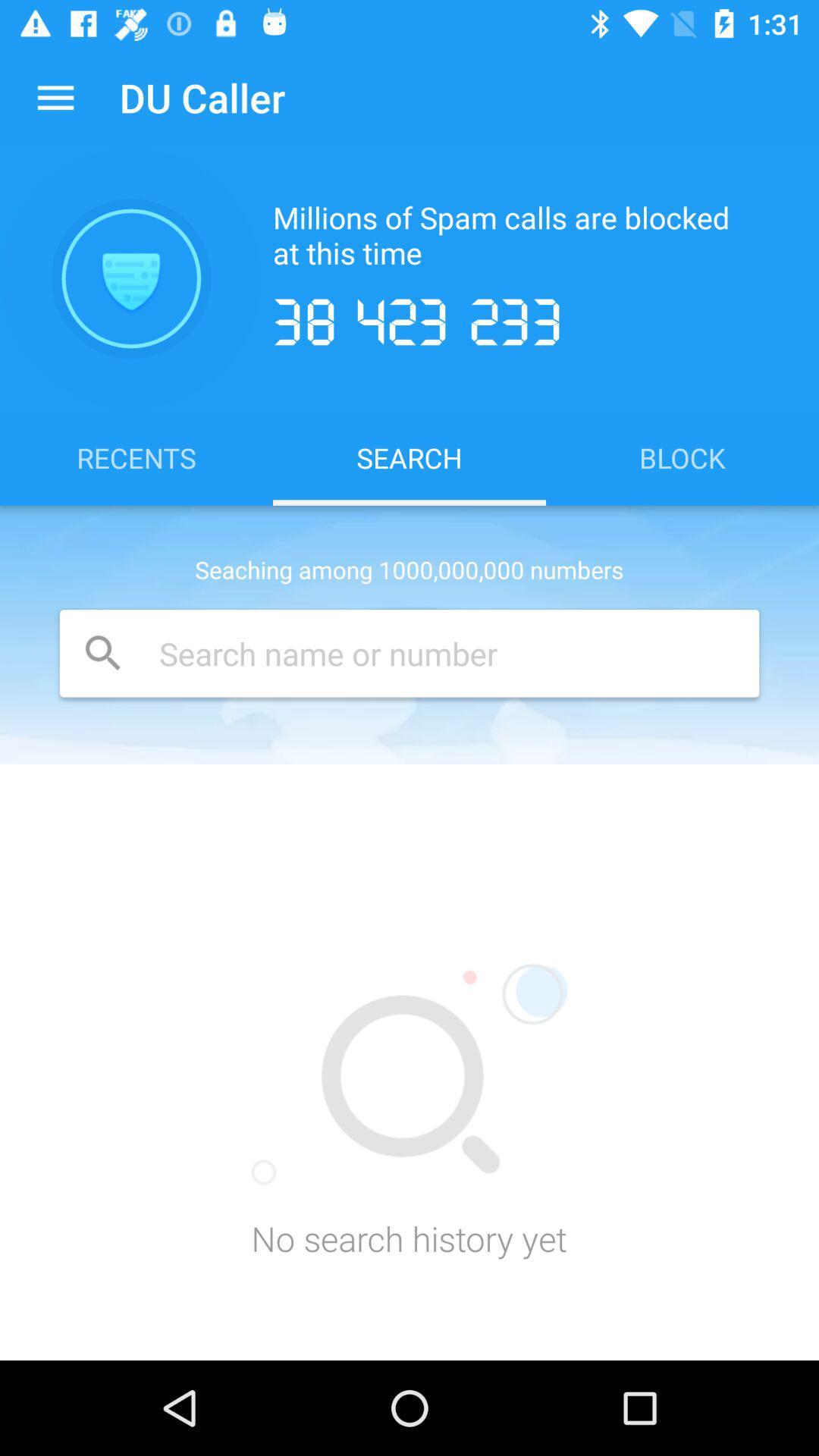 Image resolution: width=819 pixels, height=1456 pixels. What do you see at coordinates (130, 278) in the screenshot?
I see `the icon to the left of millions of spam item` at bounding box center [130, 278].